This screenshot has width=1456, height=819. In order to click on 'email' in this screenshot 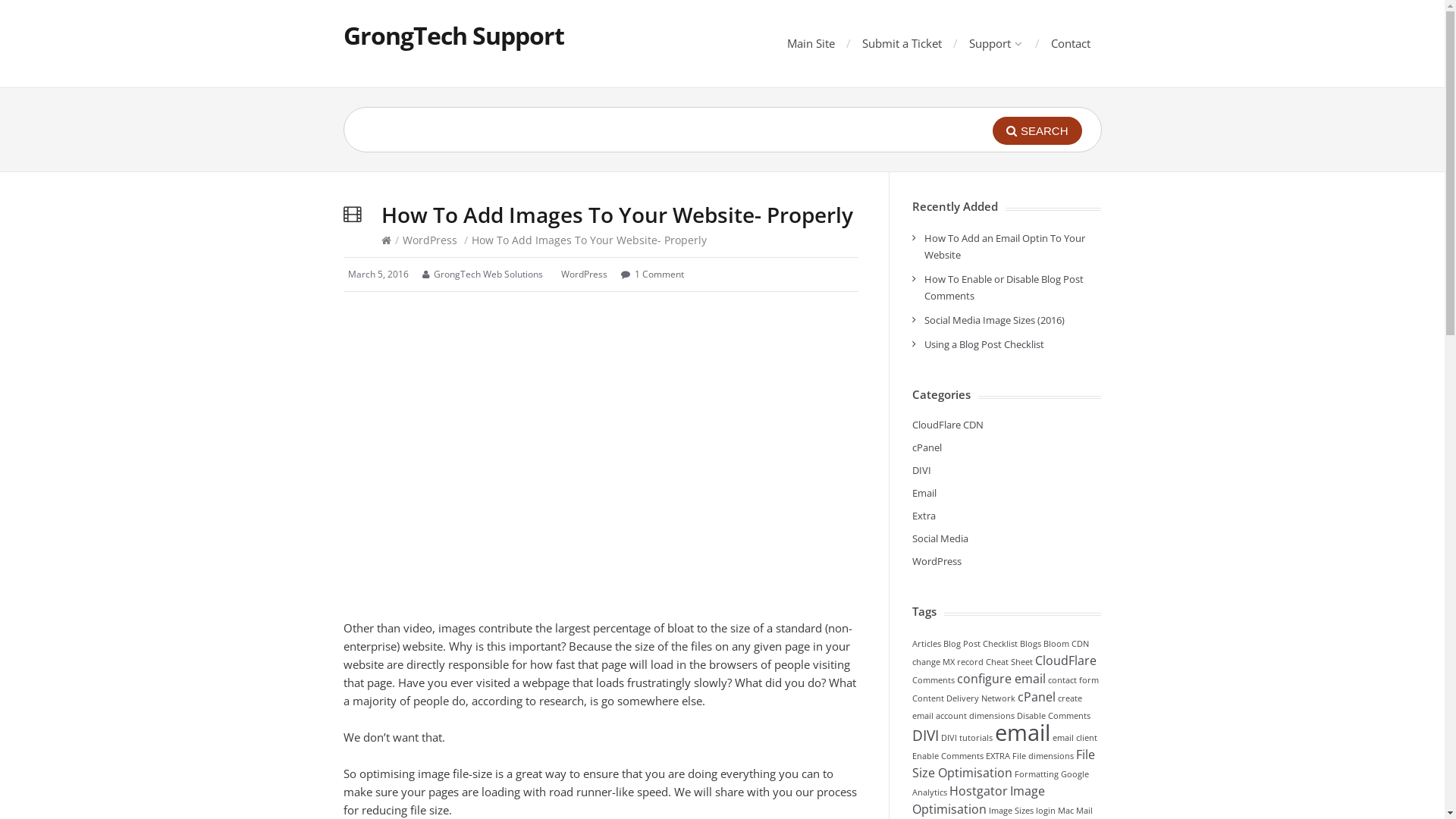, I will do `click(1022, 731)`.